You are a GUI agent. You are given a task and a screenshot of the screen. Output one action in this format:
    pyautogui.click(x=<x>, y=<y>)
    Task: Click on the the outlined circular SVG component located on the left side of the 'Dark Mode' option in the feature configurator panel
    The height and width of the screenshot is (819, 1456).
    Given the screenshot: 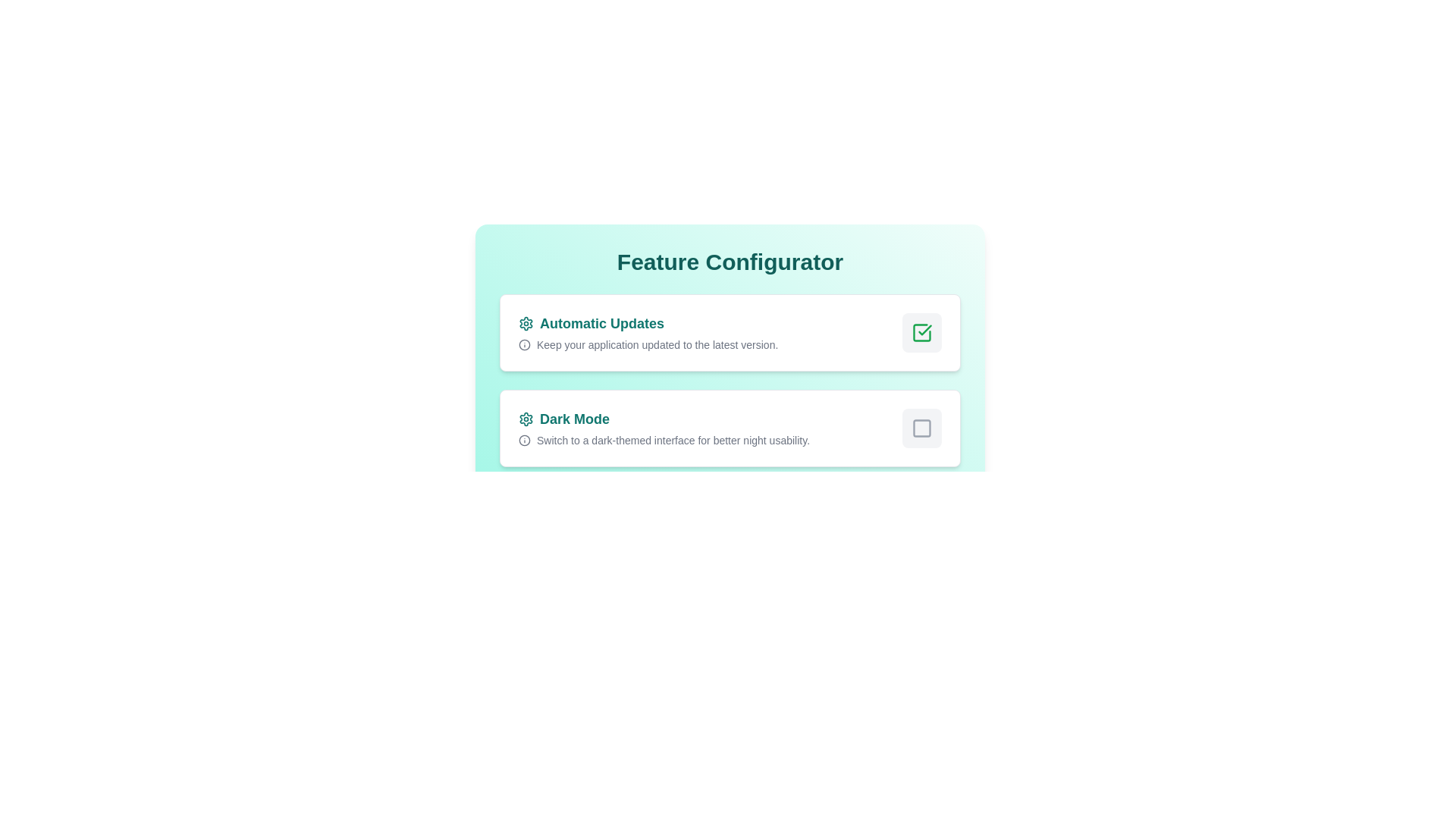 What is the action you would take?
    pyautogui.click(x=524, y=441)
    